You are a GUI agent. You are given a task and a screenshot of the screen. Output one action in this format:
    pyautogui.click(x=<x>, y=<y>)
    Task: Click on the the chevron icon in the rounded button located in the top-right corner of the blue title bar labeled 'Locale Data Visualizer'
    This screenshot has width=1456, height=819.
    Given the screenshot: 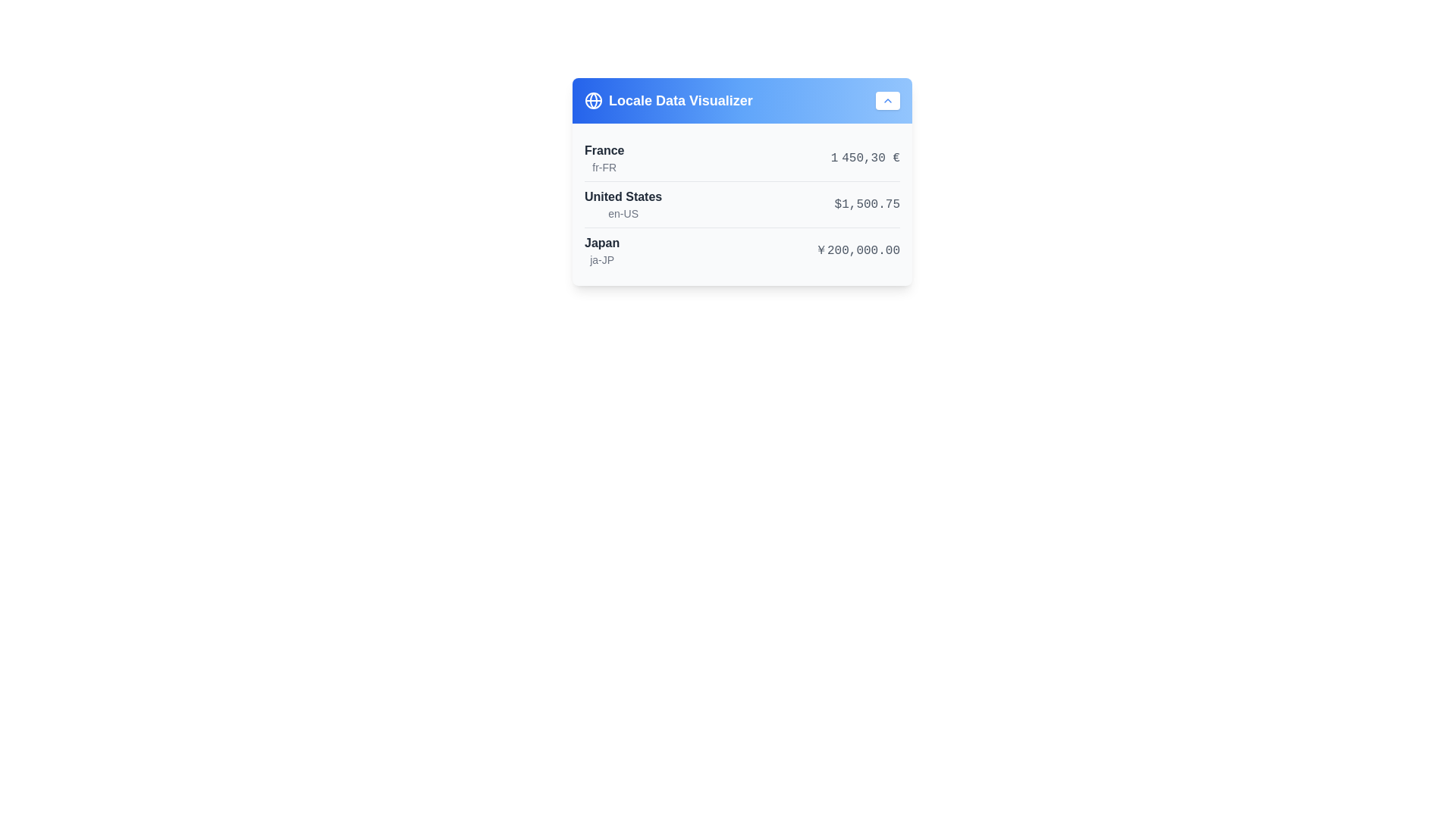 What is the action you would take?
    pyautogui.click(x=888, y=100)
    